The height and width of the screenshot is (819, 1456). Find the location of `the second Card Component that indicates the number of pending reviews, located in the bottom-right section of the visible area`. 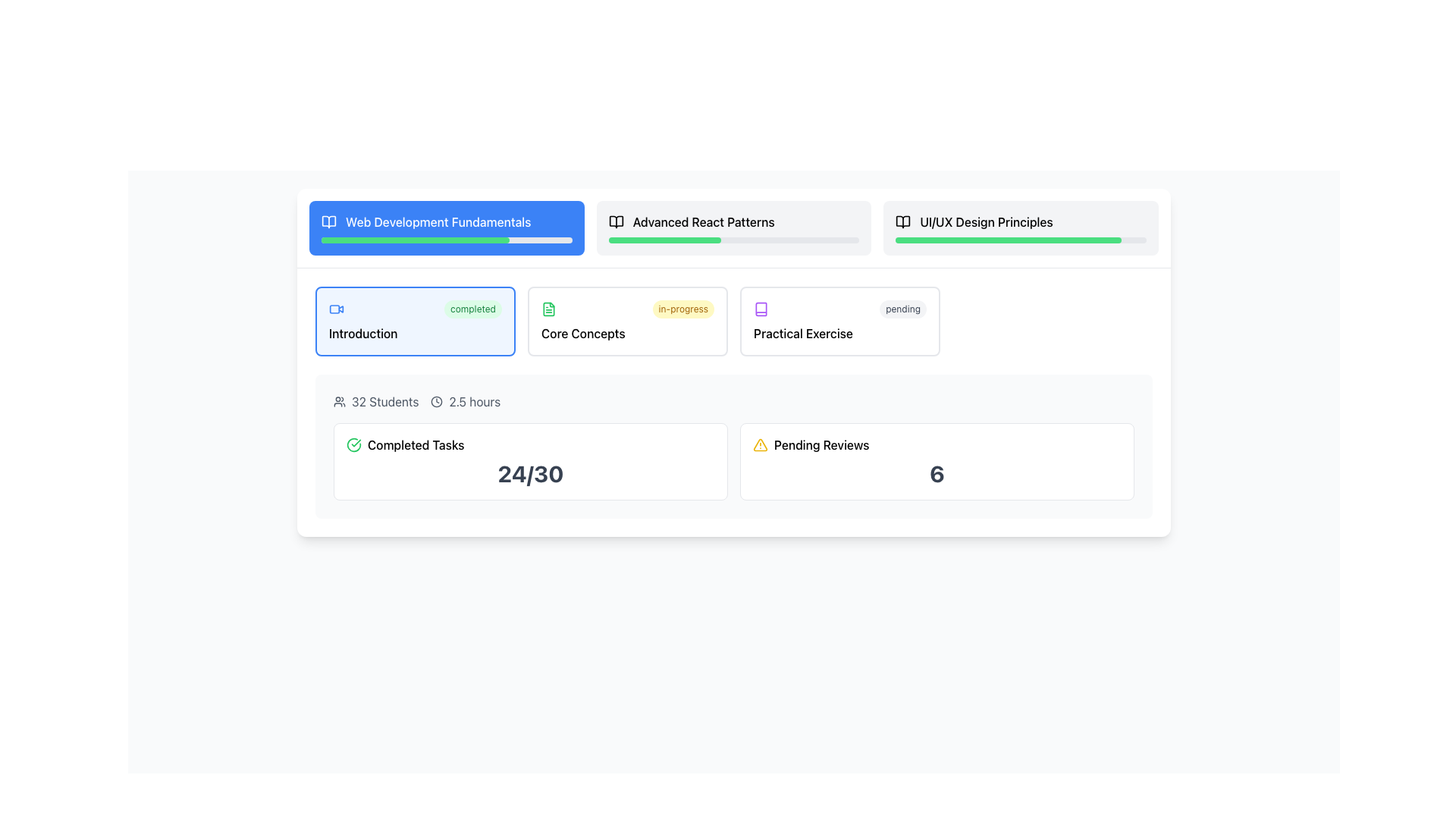

the second Card Component that indicates the number of pending reviews, located in the bottom-right section of the visible area is located at coordinates (937, 461).